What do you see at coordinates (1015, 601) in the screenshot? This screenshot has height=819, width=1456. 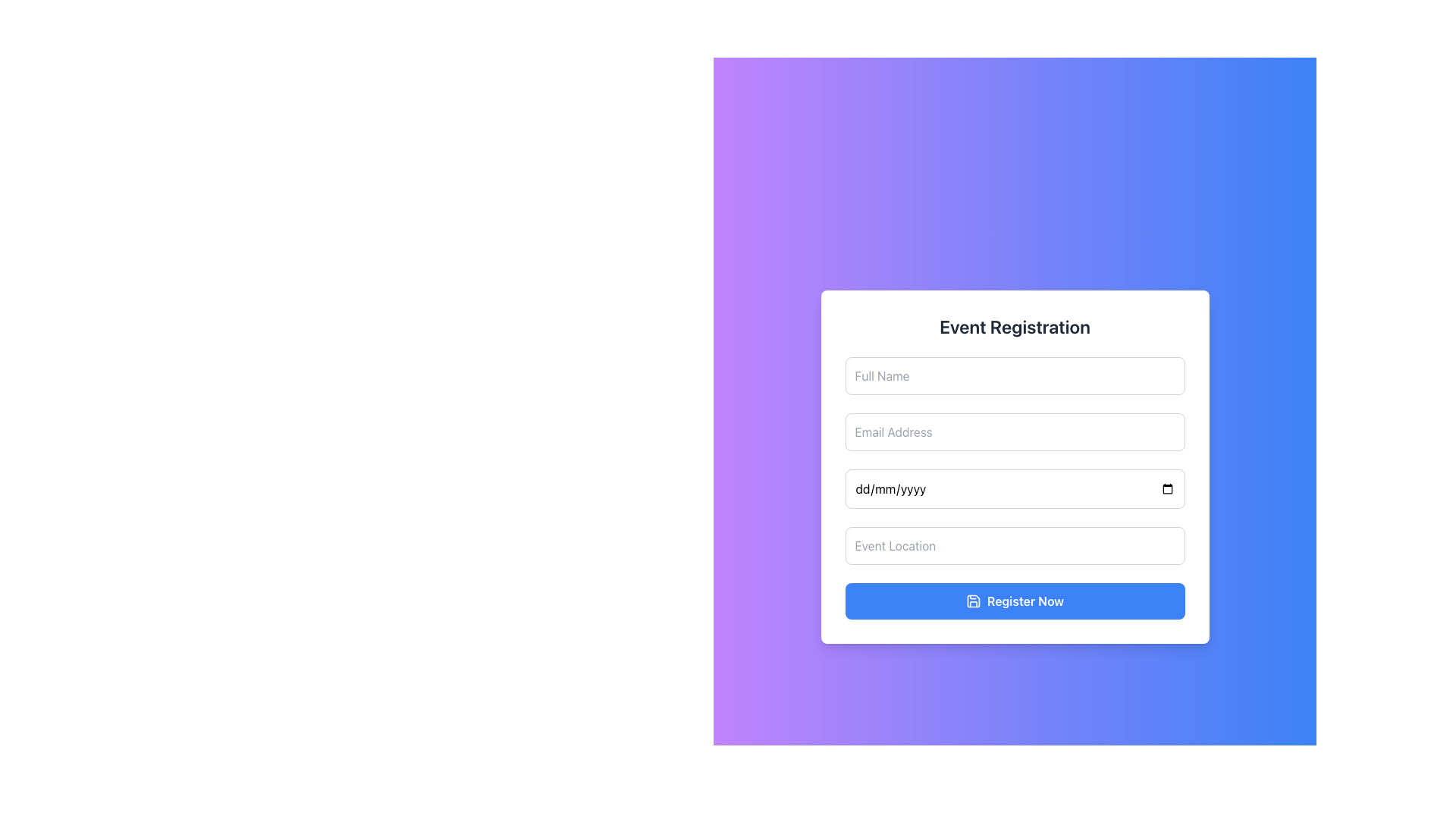 I see `the submission button located at the bottom of the 'Event Registration' form` at bounding box center [1015, 601].